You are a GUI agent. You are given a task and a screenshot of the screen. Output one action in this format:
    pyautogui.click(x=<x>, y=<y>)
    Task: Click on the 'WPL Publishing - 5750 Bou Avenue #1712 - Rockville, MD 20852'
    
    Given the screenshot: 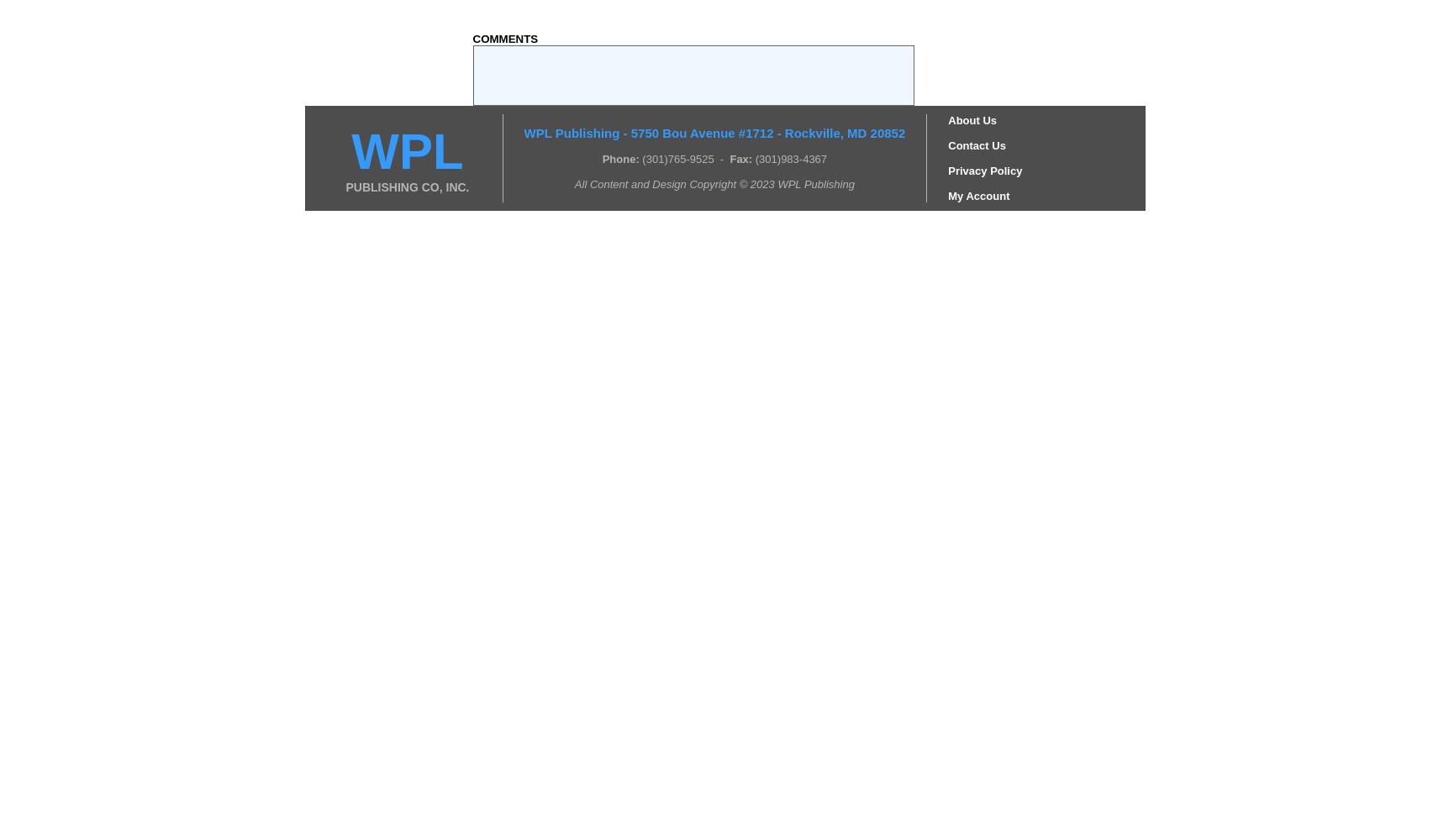 What is the action you would take?
    pyautogui.click(x=714, y=132)
    